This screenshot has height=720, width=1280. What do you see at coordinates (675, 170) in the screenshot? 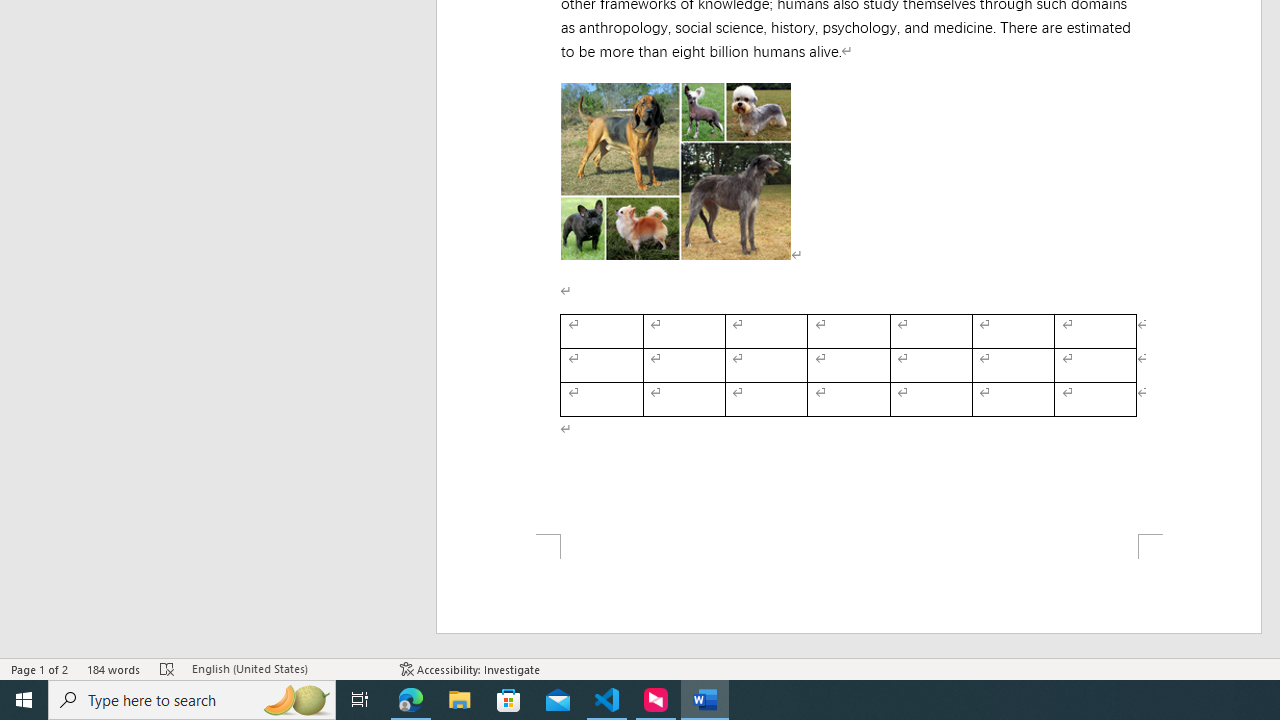
I see `'Morphological variation in six dogs'` at bounding box center [675, 170].